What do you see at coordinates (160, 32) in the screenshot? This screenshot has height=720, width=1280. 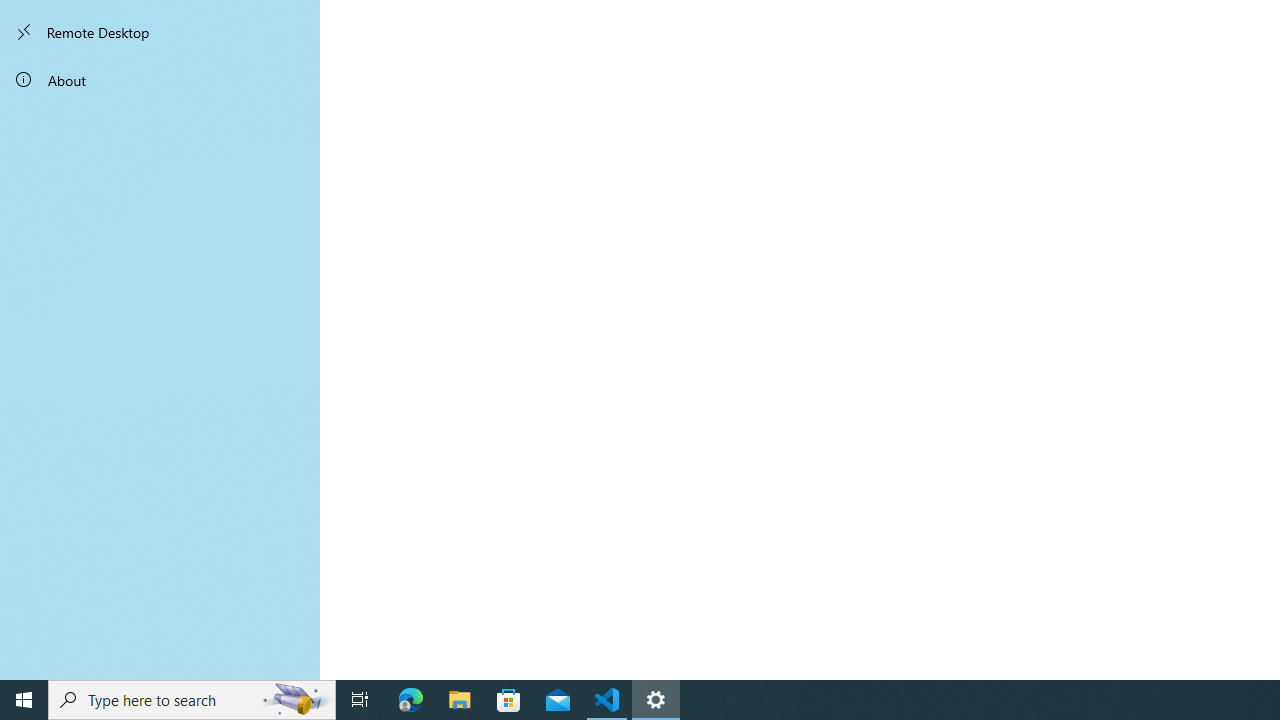 I see `'Remote Desktop'` at bounding box center [160, 32].